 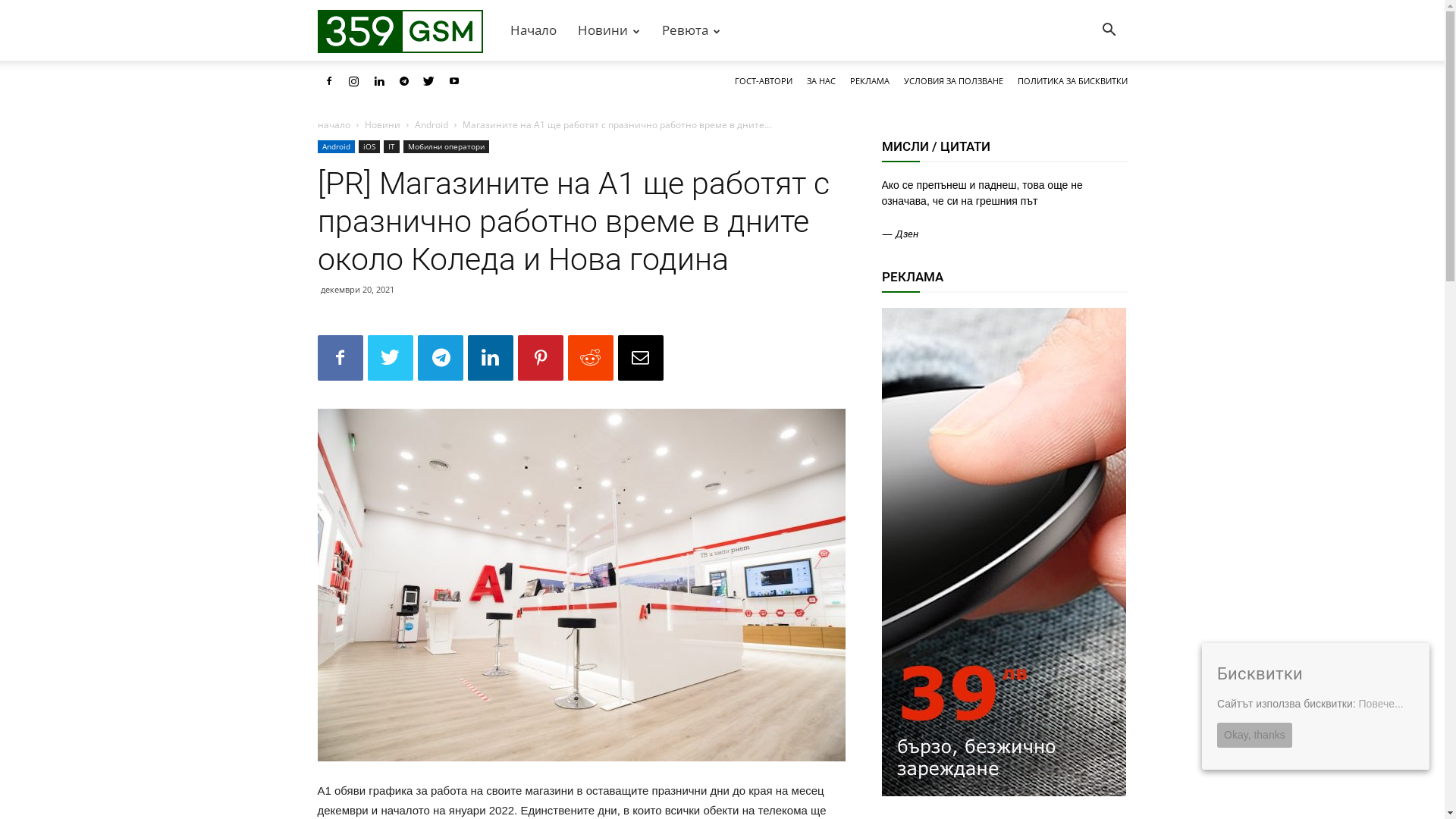 I want to click on 'Youtube', so click(x=453, y=81).